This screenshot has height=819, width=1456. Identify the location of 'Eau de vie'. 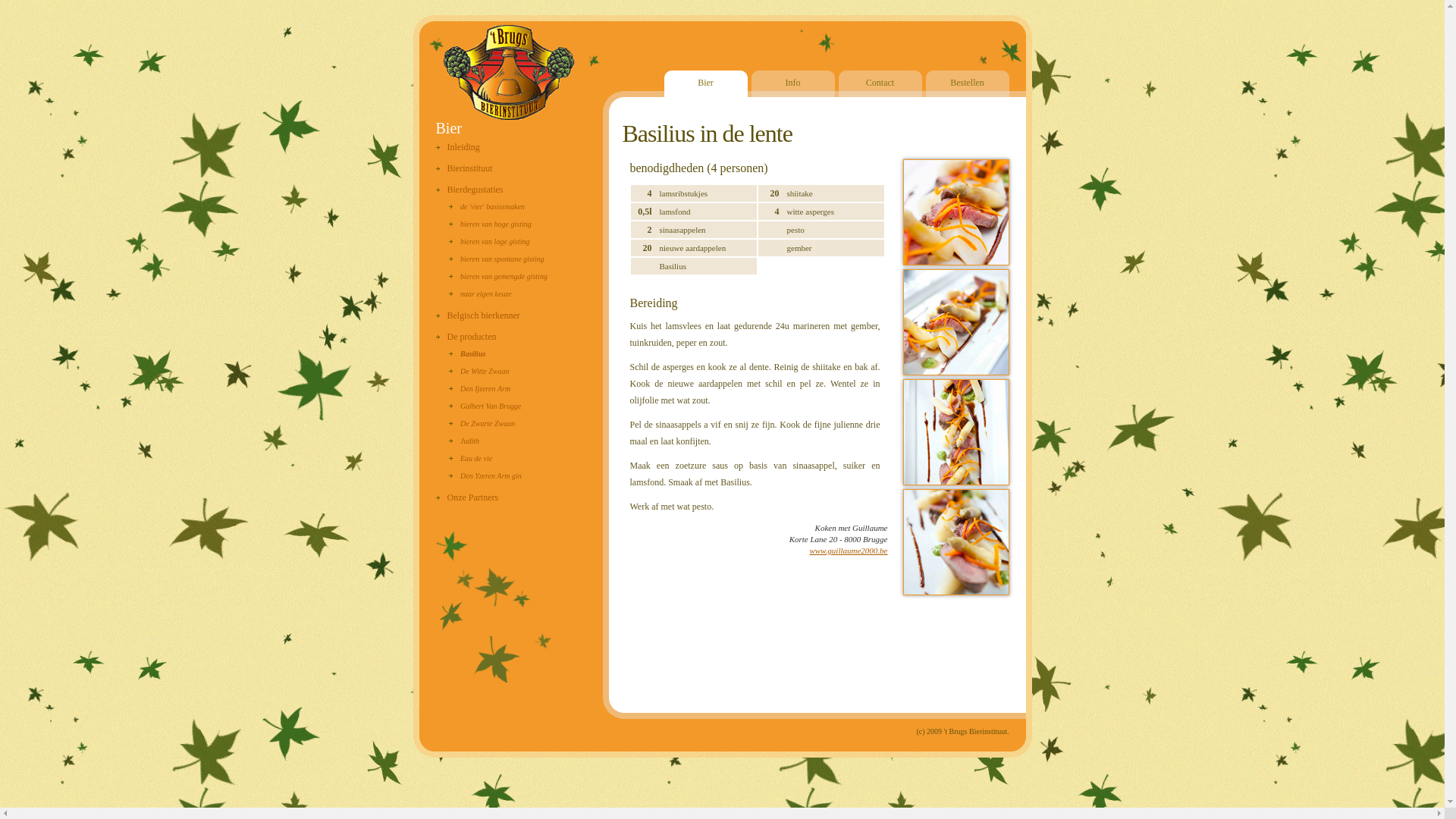
(469, 457).